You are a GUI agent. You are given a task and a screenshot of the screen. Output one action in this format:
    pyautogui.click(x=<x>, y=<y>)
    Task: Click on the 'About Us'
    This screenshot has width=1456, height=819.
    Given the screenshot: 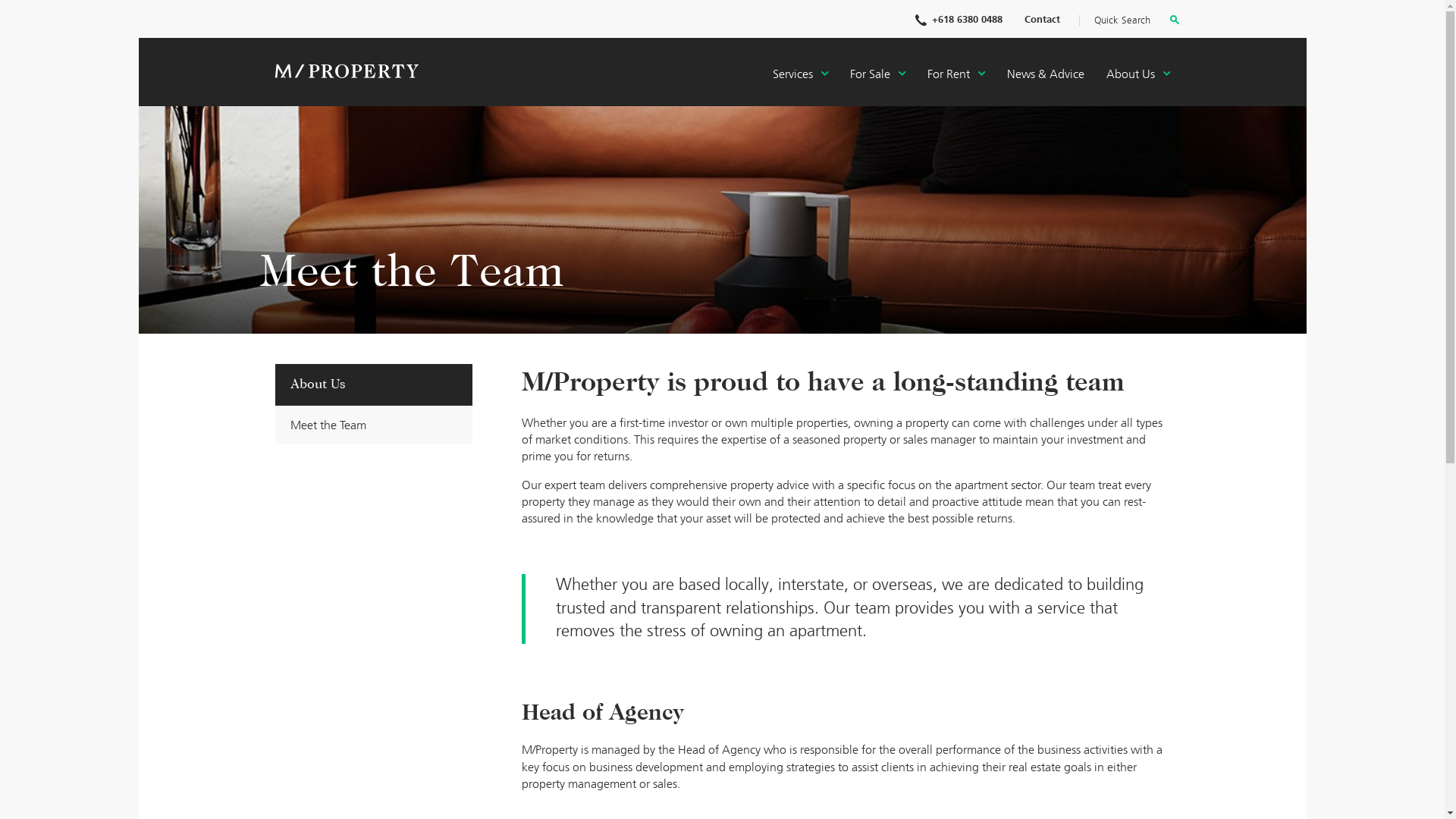 What is the action you would take?
    pyautogui.click(x=372, y=384)
    